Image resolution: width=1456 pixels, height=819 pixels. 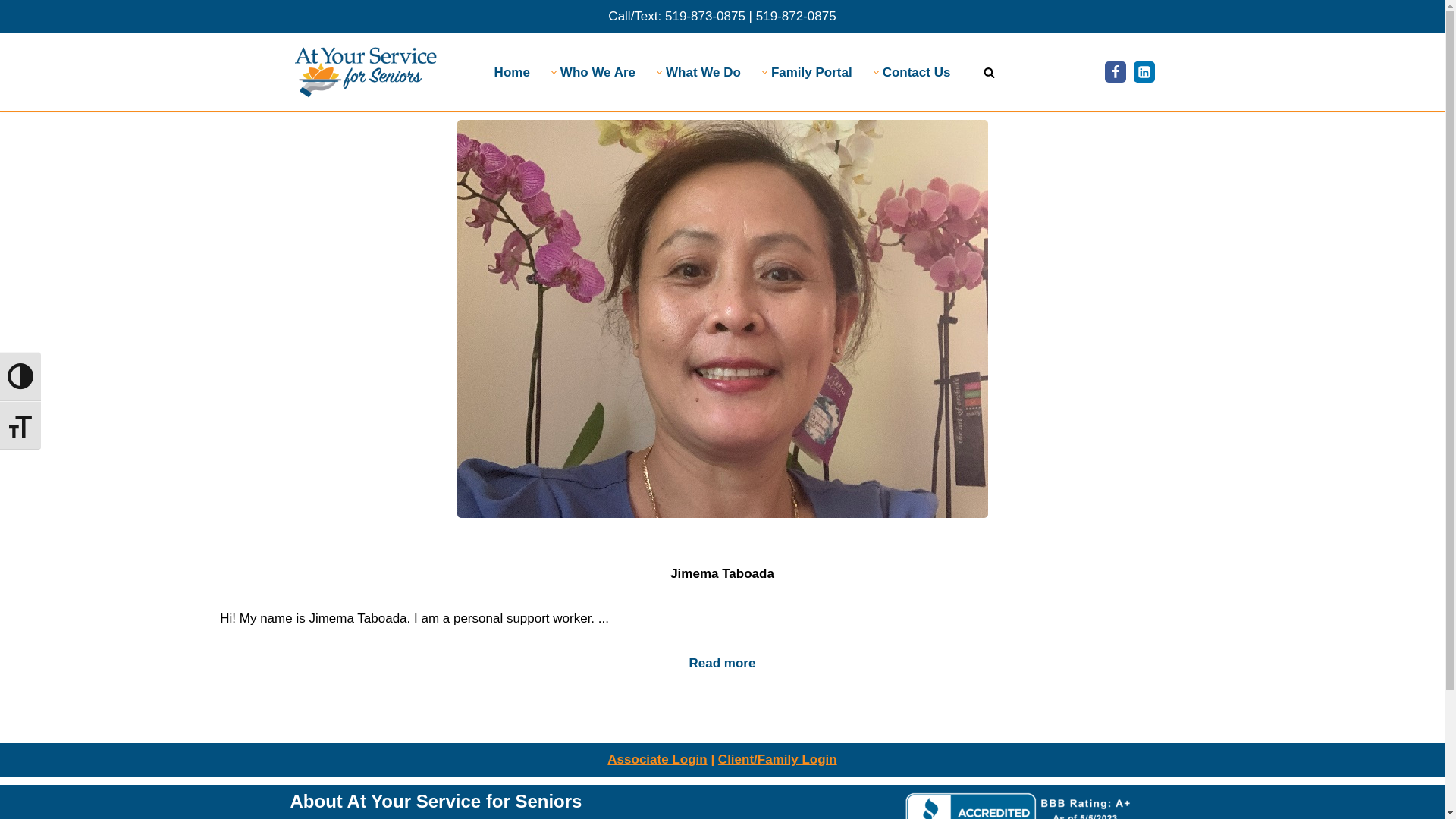 What do you see at coordinates (657, 759) in the screenshot?
I see `'Associate Login'` at bounding box center [657, 759].